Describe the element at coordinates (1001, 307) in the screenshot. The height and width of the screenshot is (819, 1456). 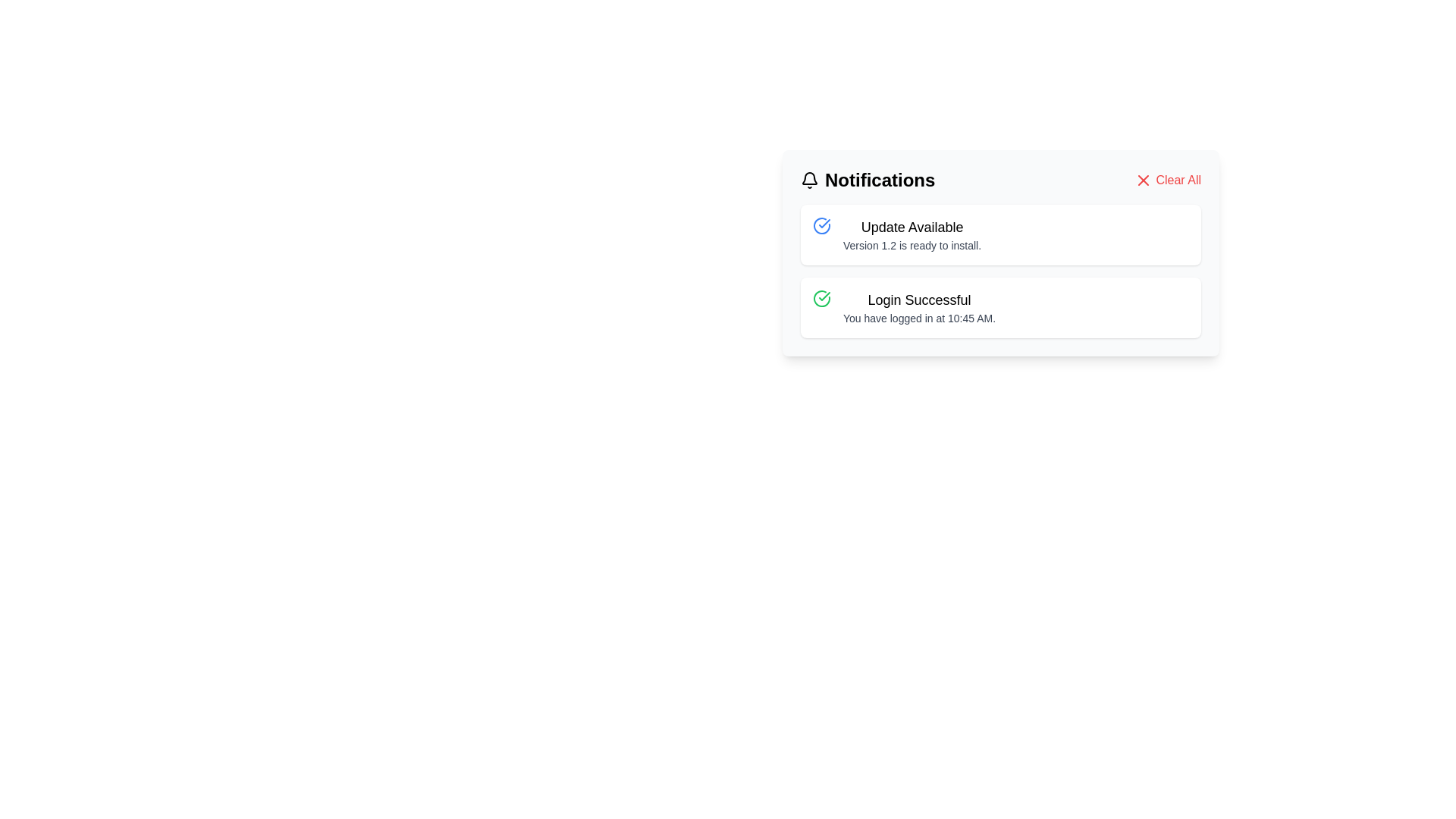
I see `the second notification box in the notification center that confirms a successful login, located below the 'Update Available' notification` at that location.